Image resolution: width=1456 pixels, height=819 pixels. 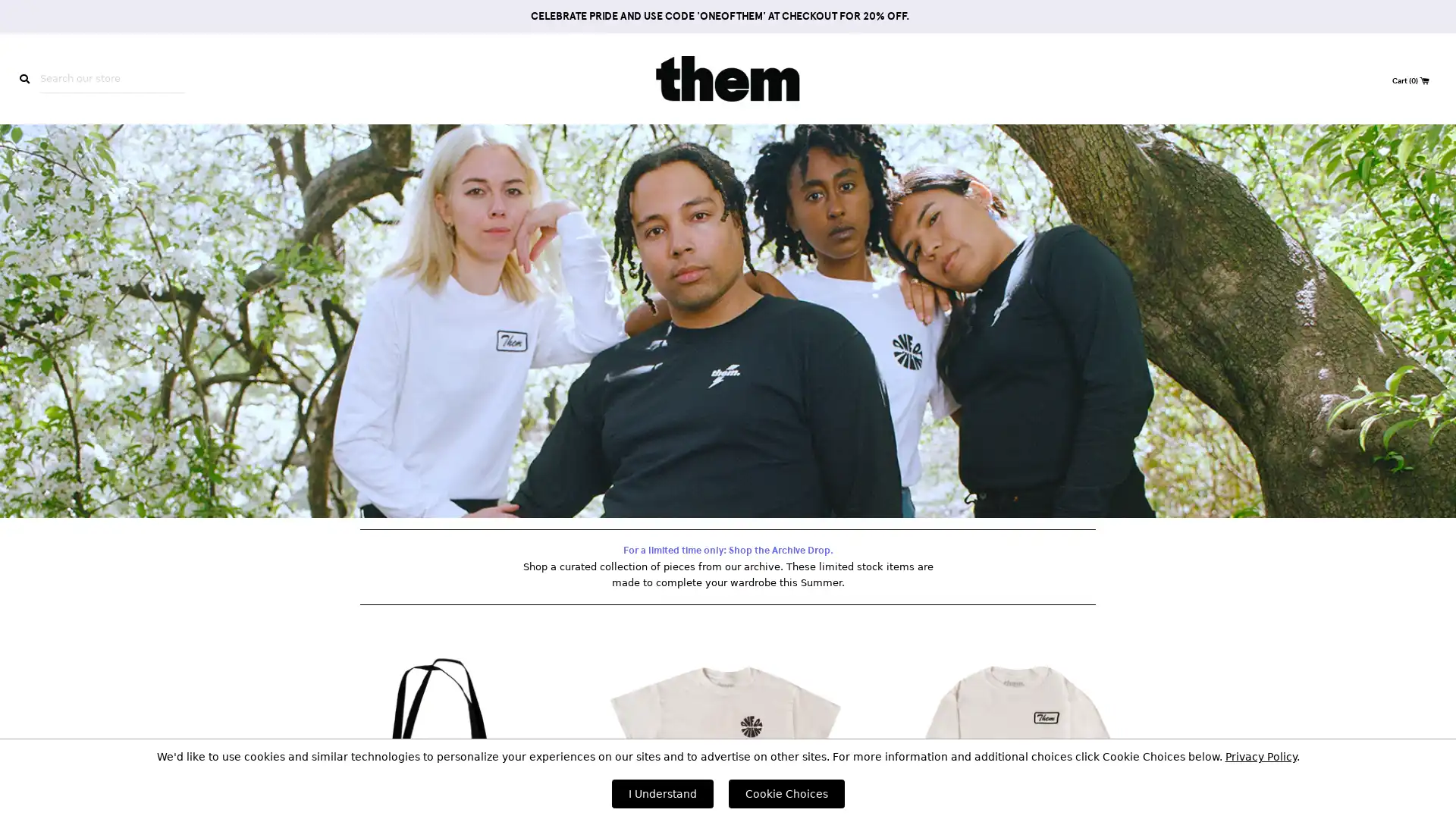 What do you see at coordinates (662, 792) in the screenshot?
I see `I Understand` at bounding box center [662, 792].